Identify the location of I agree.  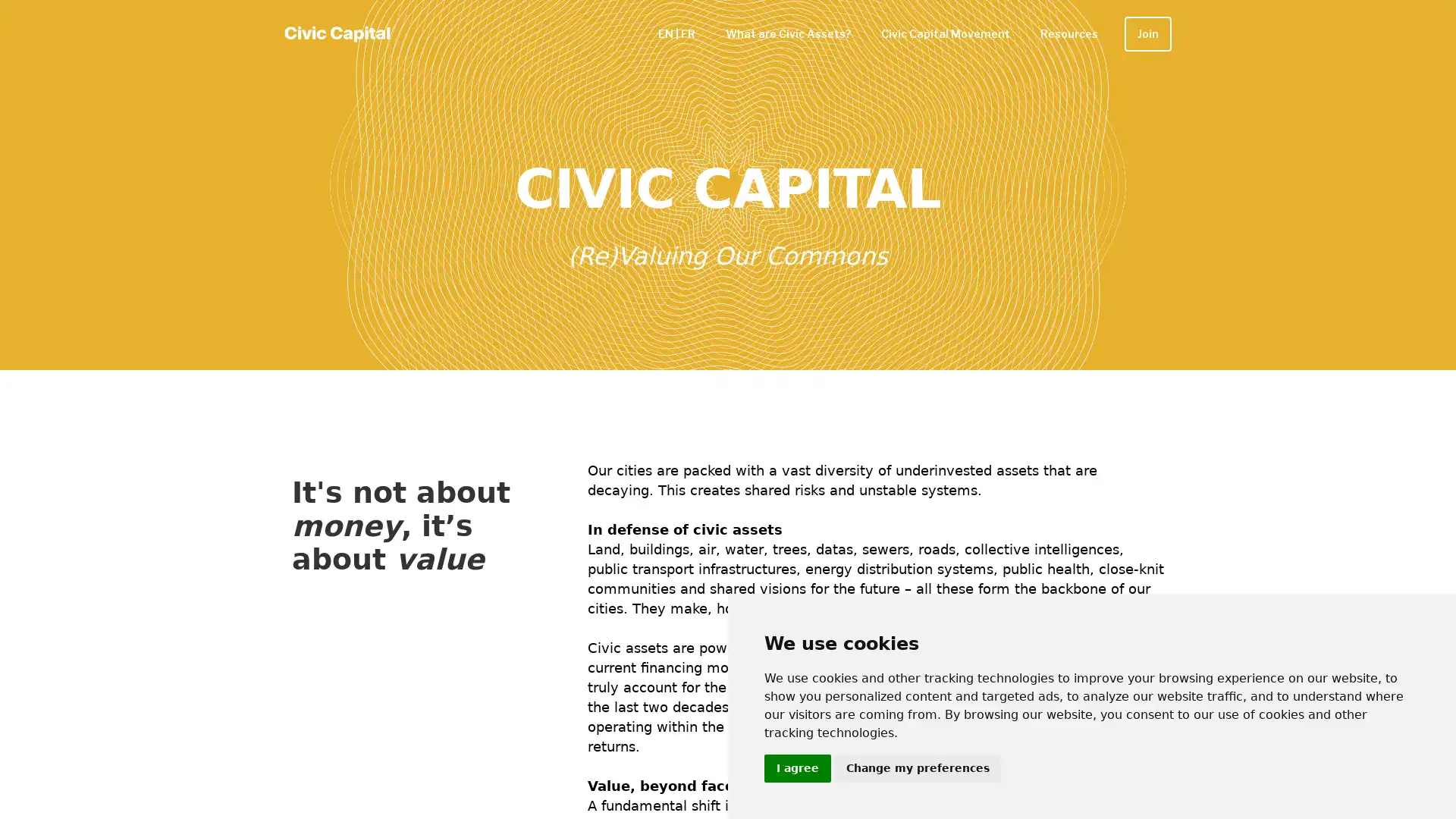
(796, 768).